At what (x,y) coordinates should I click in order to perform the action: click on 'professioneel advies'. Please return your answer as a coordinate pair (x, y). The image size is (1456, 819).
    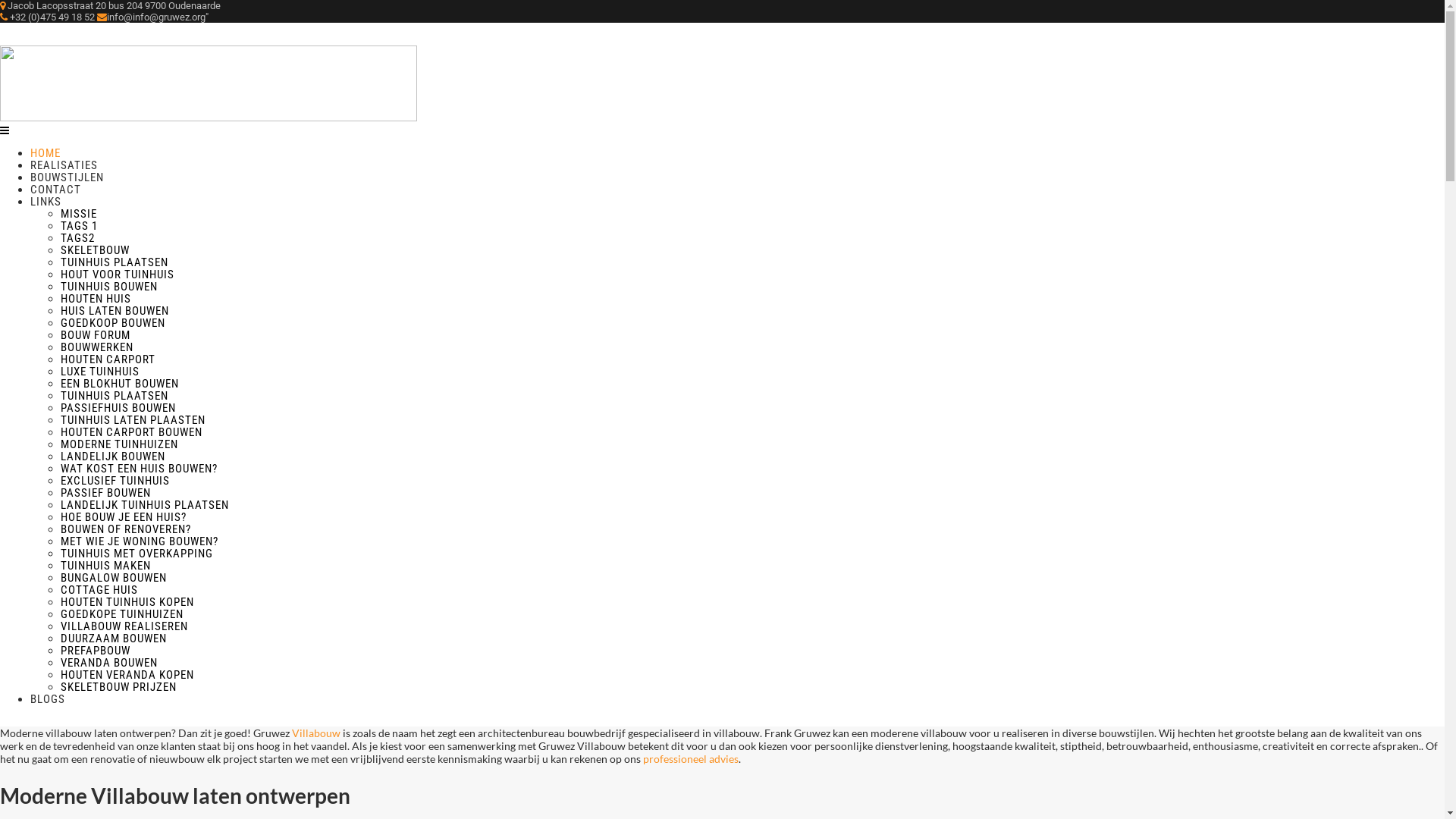
    Looking at the image, I should click on (690, 758).